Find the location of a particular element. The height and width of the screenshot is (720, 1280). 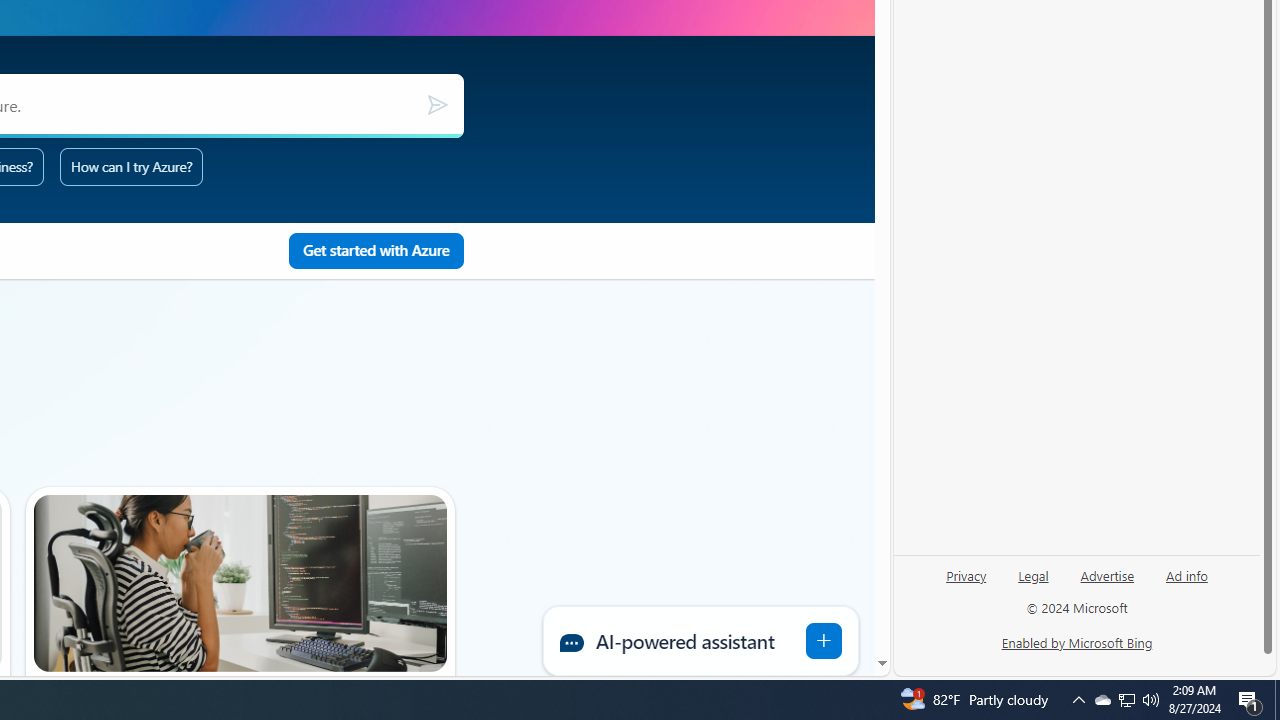

'How can I try Azure?' is located at coordinates (130, 165).